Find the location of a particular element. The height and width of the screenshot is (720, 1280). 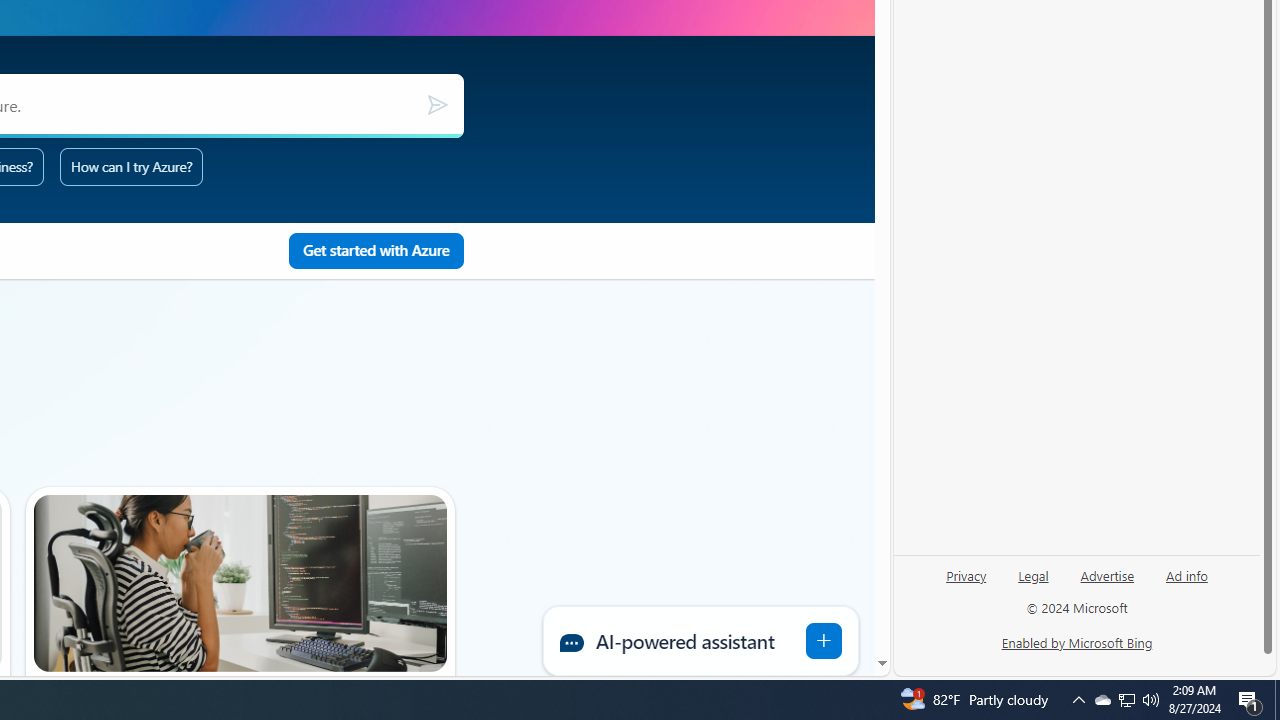

'How can I try Azure?' is located at coordinates (130, 165).